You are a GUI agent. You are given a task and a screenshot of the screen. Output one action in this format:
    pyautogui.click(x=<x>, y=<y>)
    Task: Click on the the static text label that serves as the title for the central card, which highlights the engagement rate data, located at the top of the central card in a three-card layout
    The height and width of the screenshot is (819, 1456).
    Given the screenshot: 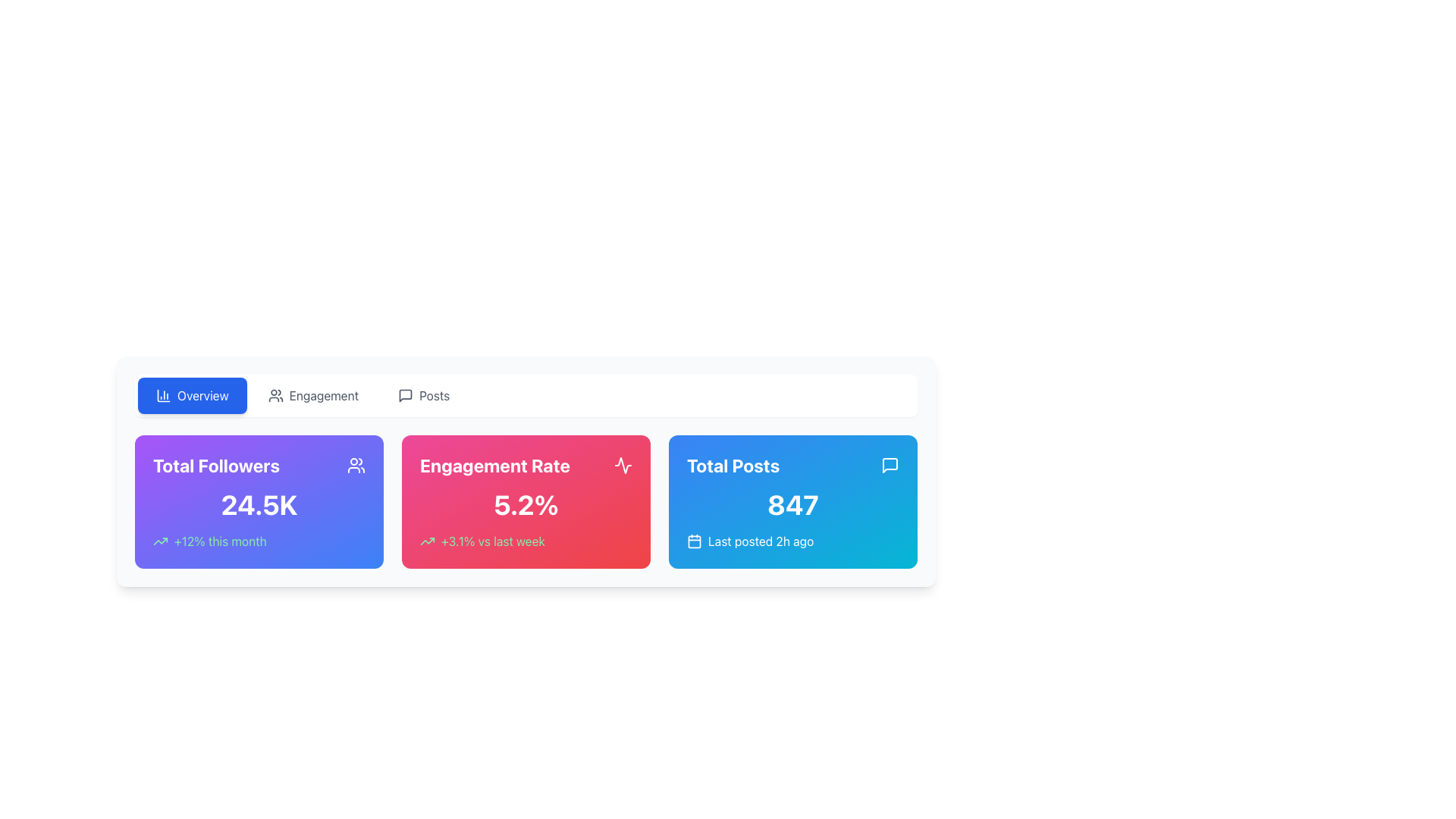 What is the action you would take?
    pyautogui.click(x=494, y=464)
    